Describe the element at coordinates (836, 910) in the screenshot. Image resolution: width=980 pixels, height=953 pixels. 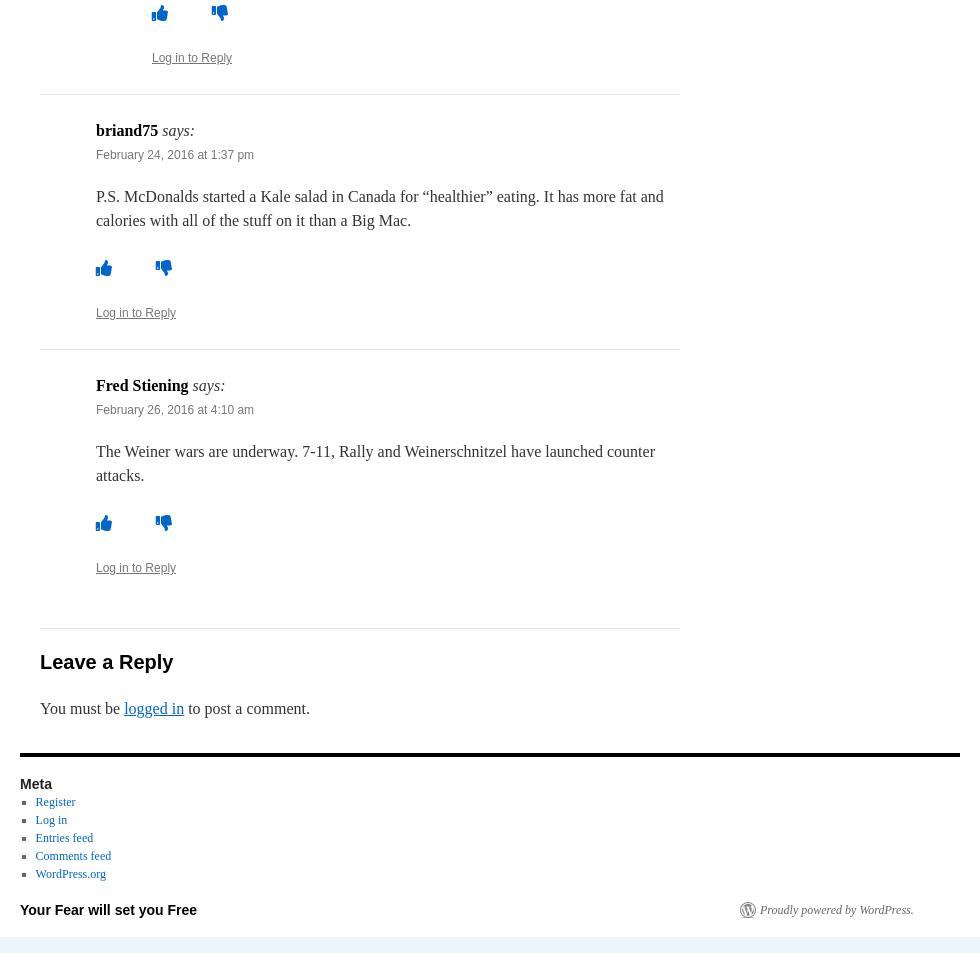
I see `'Proudly powered by WordPress.'` at that location.